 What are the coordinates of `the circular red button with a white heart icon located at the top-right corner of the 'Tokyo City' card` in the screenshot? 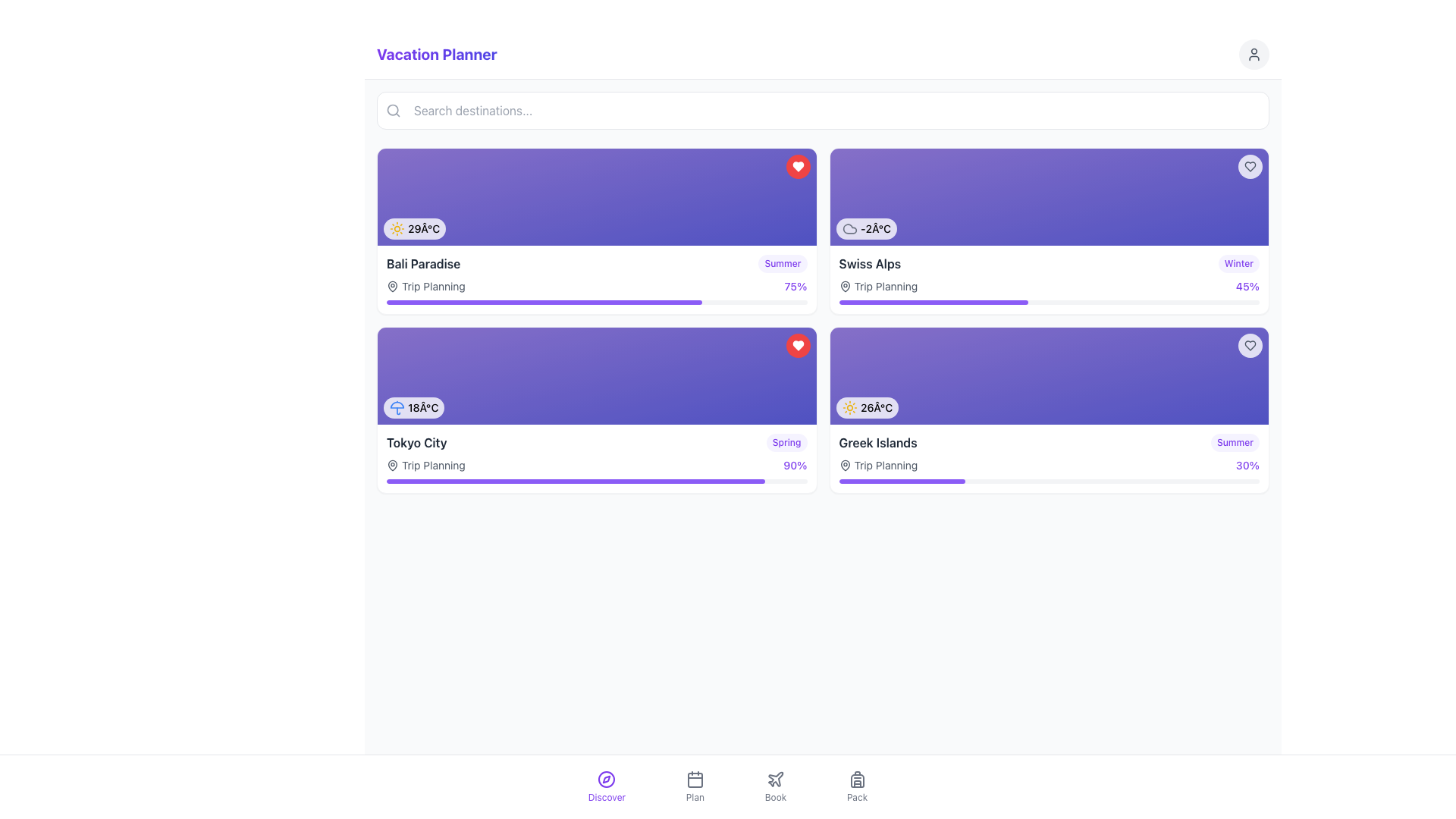 It's located at (797, 345).